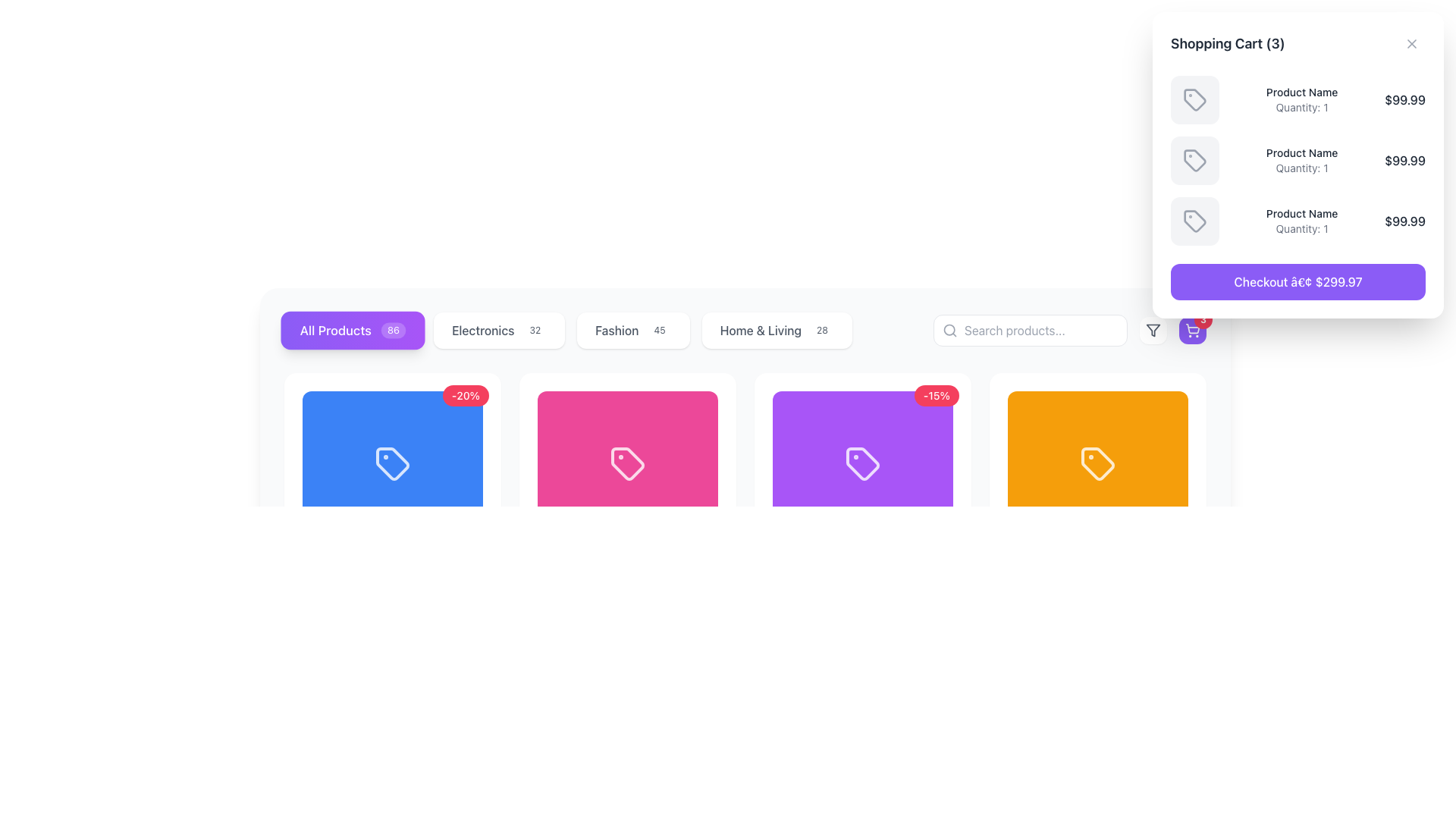 The width and height of the screenshot is (1456, 819). Describe the element at coordinates (393, 463) in the screenshot. I see `the first product card in the shopping interface that has a discount badge (-20%) in the top-right corner` at that location.